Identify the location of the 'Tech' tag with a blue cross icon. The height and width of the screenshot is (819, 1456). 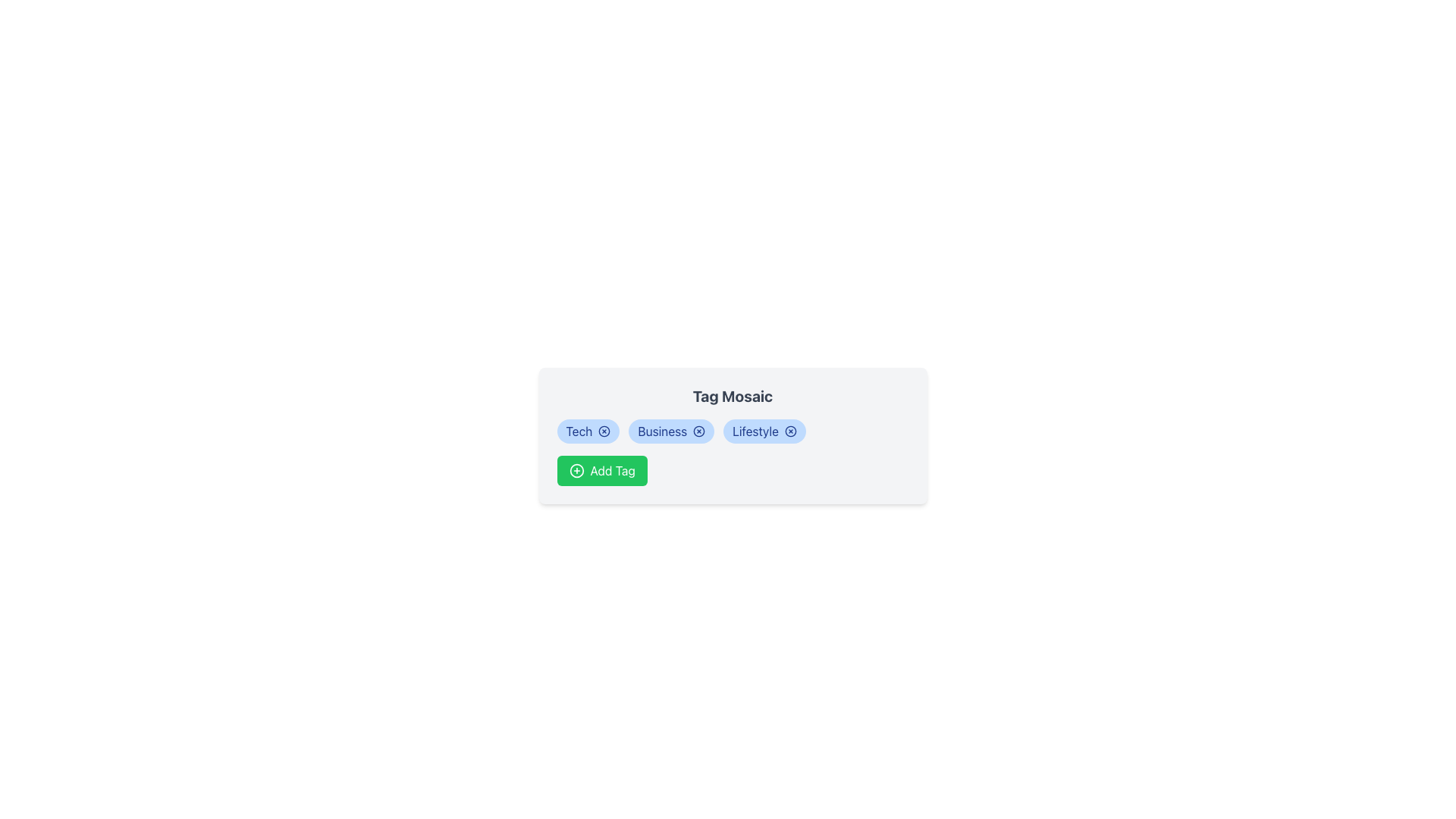
(587, 431).